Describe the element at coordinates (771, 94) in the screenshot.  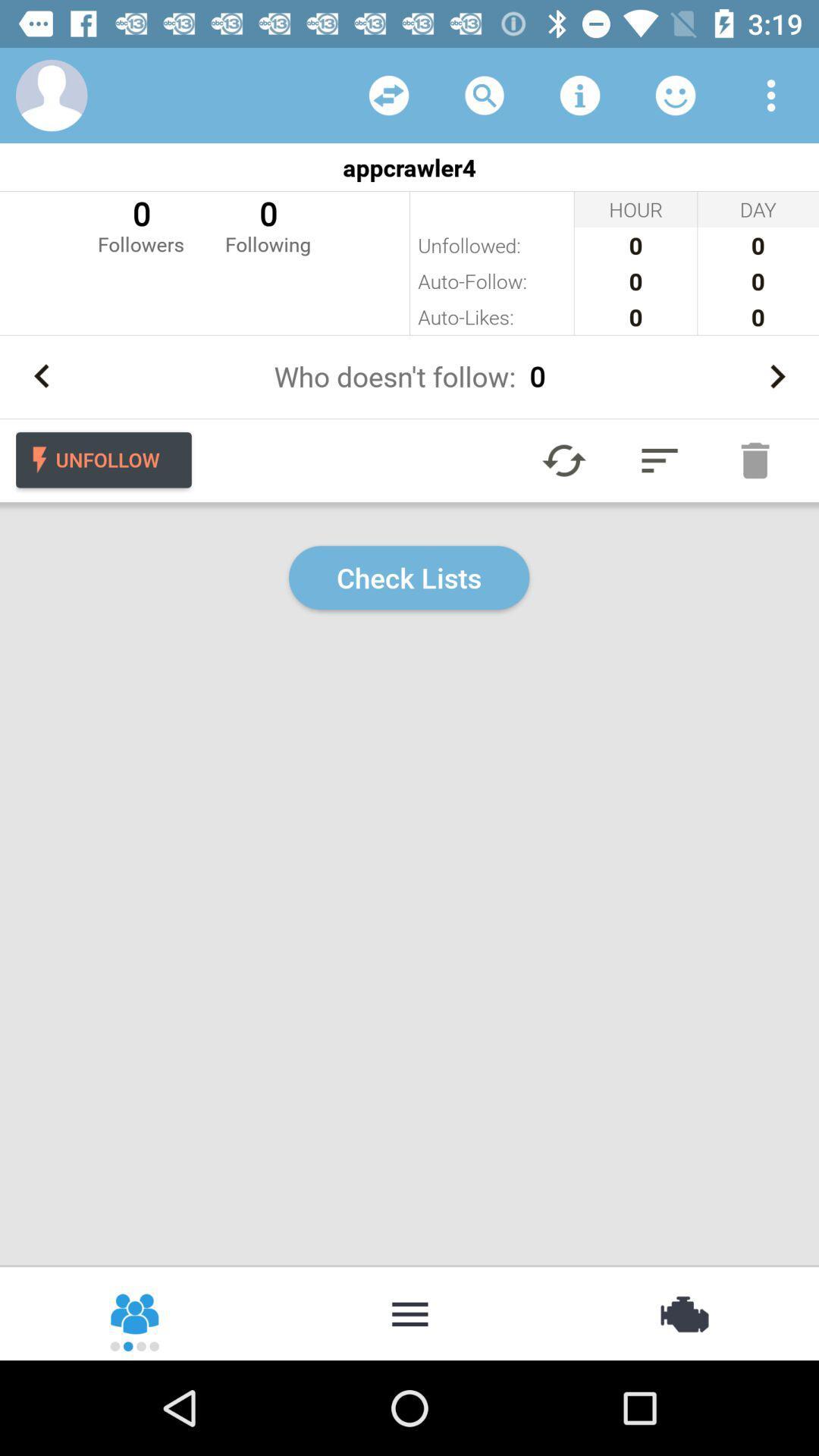
I see `open menu` at that location.